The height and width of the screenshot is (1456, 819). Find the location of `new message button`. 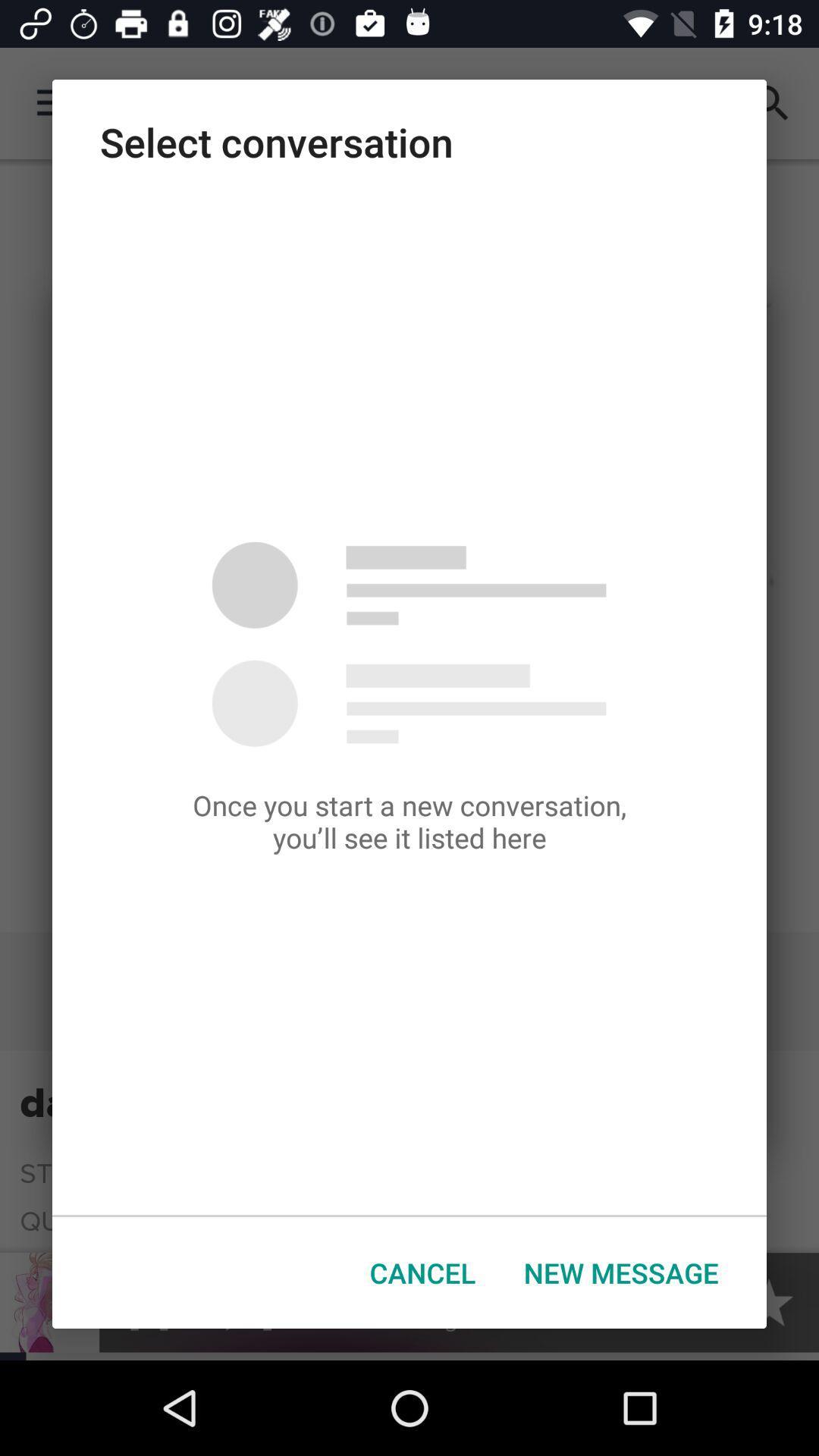

new message button is located at coordinates (621, 1272).